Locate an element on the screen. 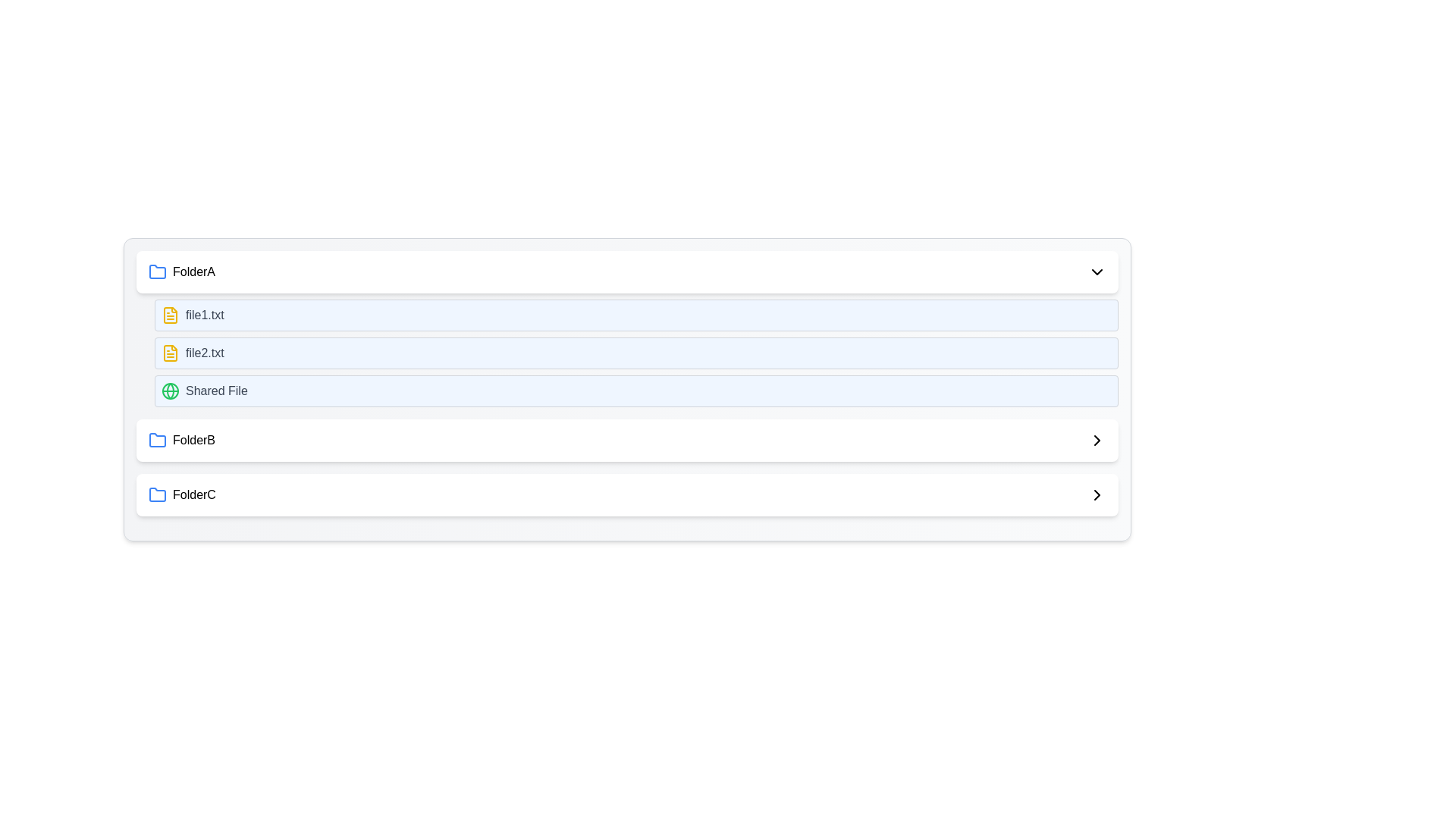  the label representing the folder named 'FolderA' in the file browser interface, which is located at the topmost entry of the vertical list structure is located at coordinates (182, 271).